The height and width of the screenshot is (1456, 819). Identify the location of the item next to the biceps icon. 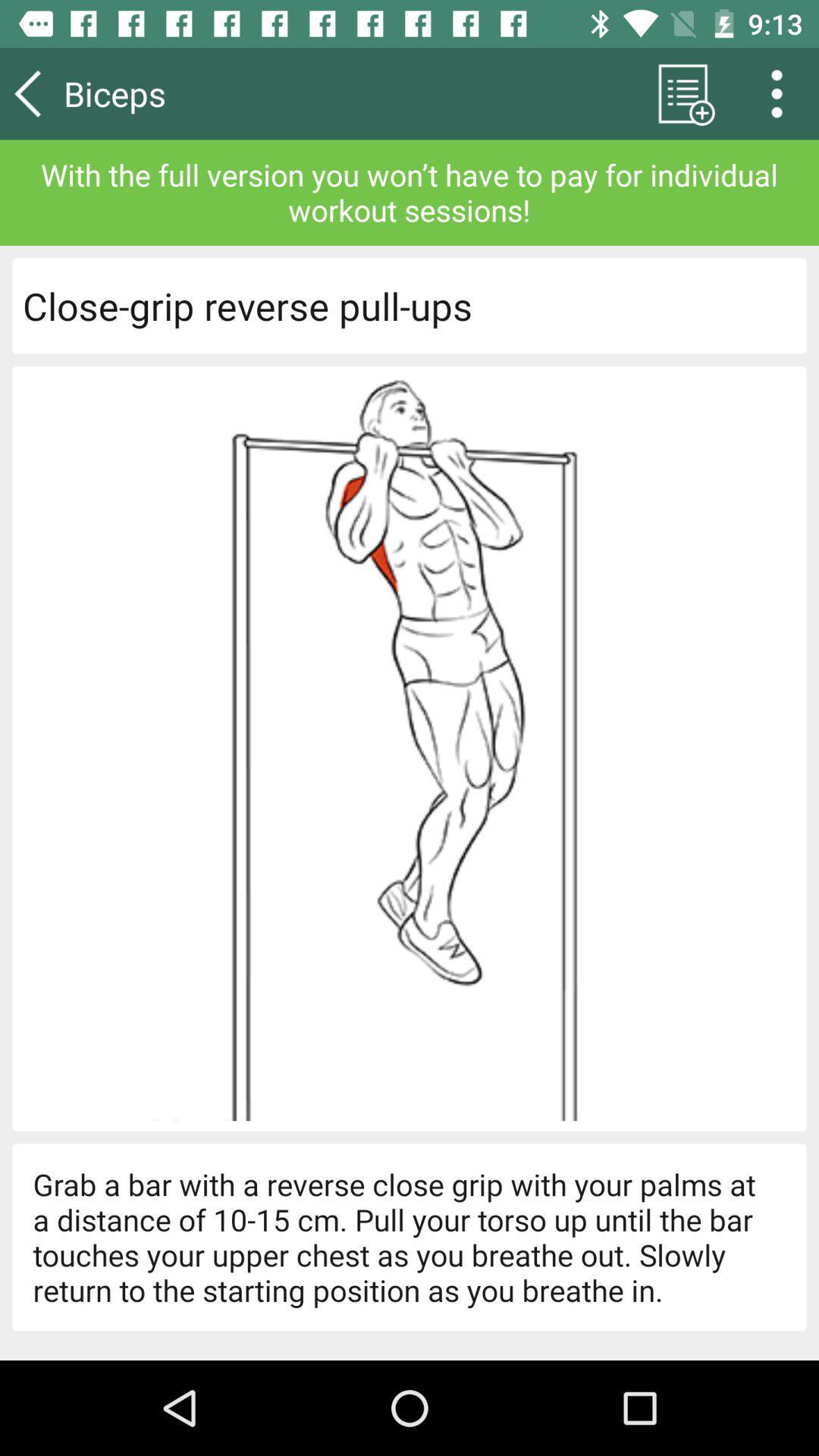
(682, 93).